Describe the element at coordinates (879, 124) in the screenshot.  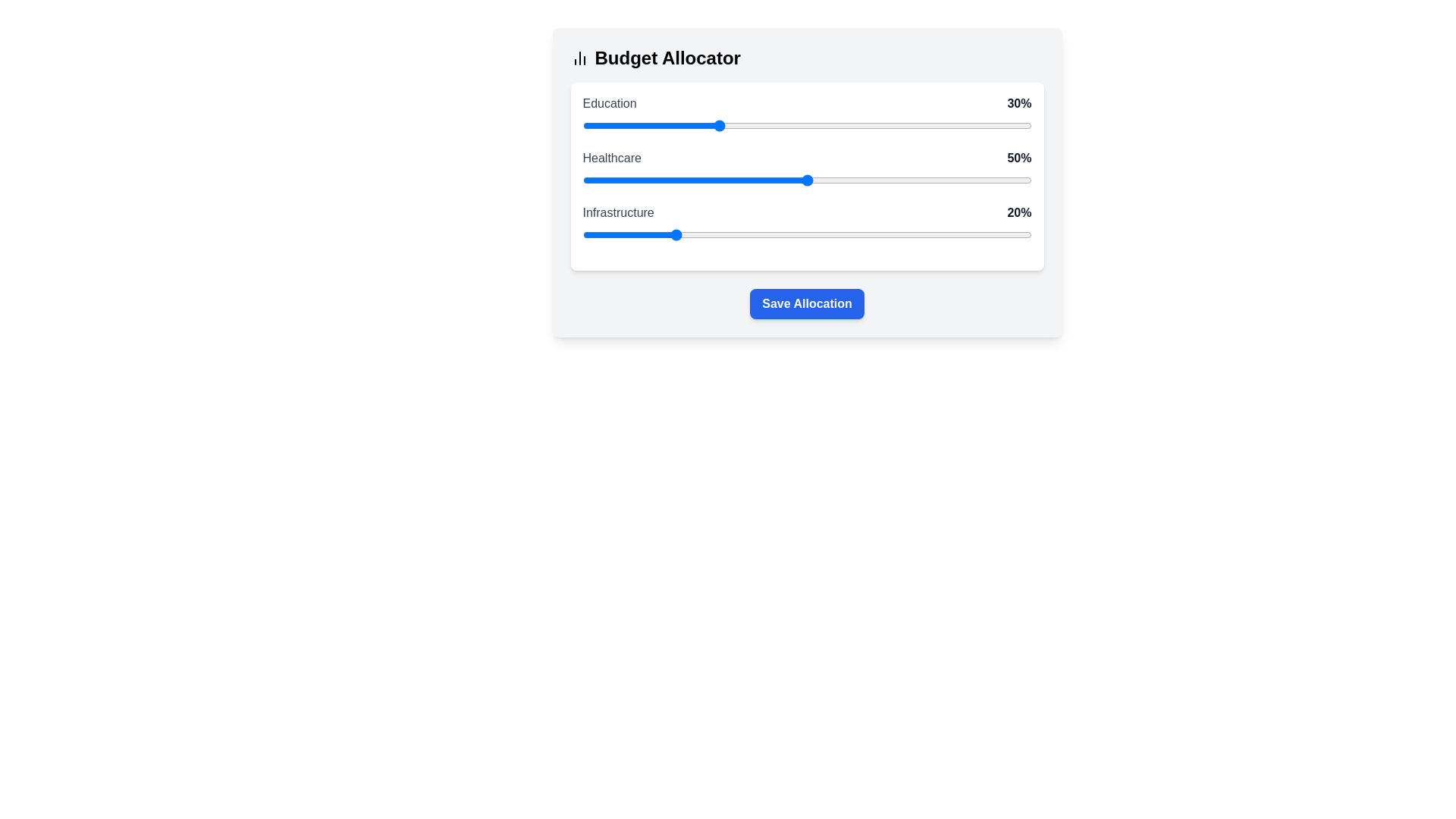
I see `the education slider` at that location.